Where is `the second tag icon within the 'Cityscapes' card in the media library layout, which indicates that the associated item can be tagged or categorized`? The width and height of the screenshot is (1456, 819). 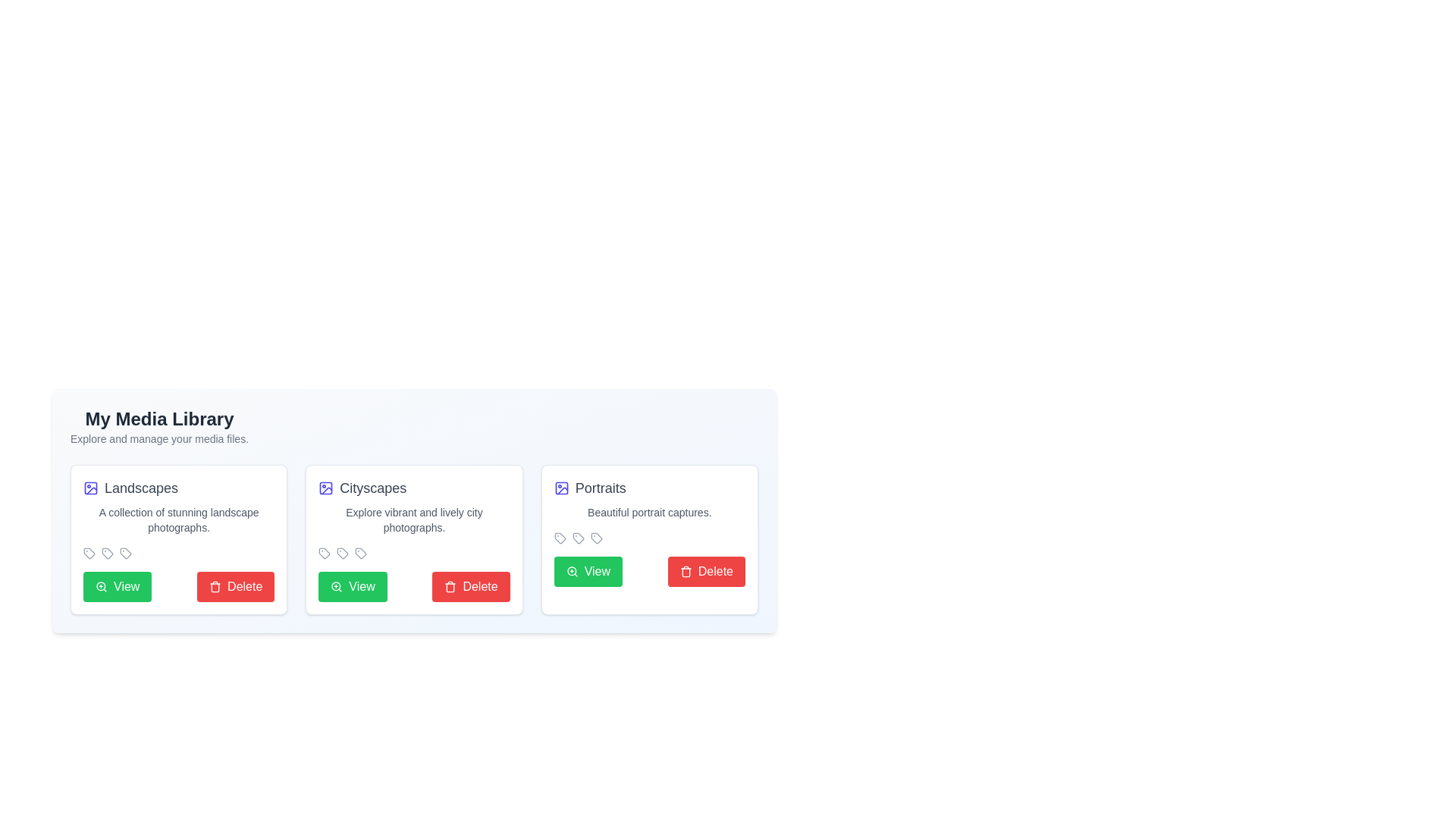
the second tag icon within the 'Cityscapes' card in the media library layout, which indicates that the associated item can be tagged or categorized is located at coordinates (341, 553).